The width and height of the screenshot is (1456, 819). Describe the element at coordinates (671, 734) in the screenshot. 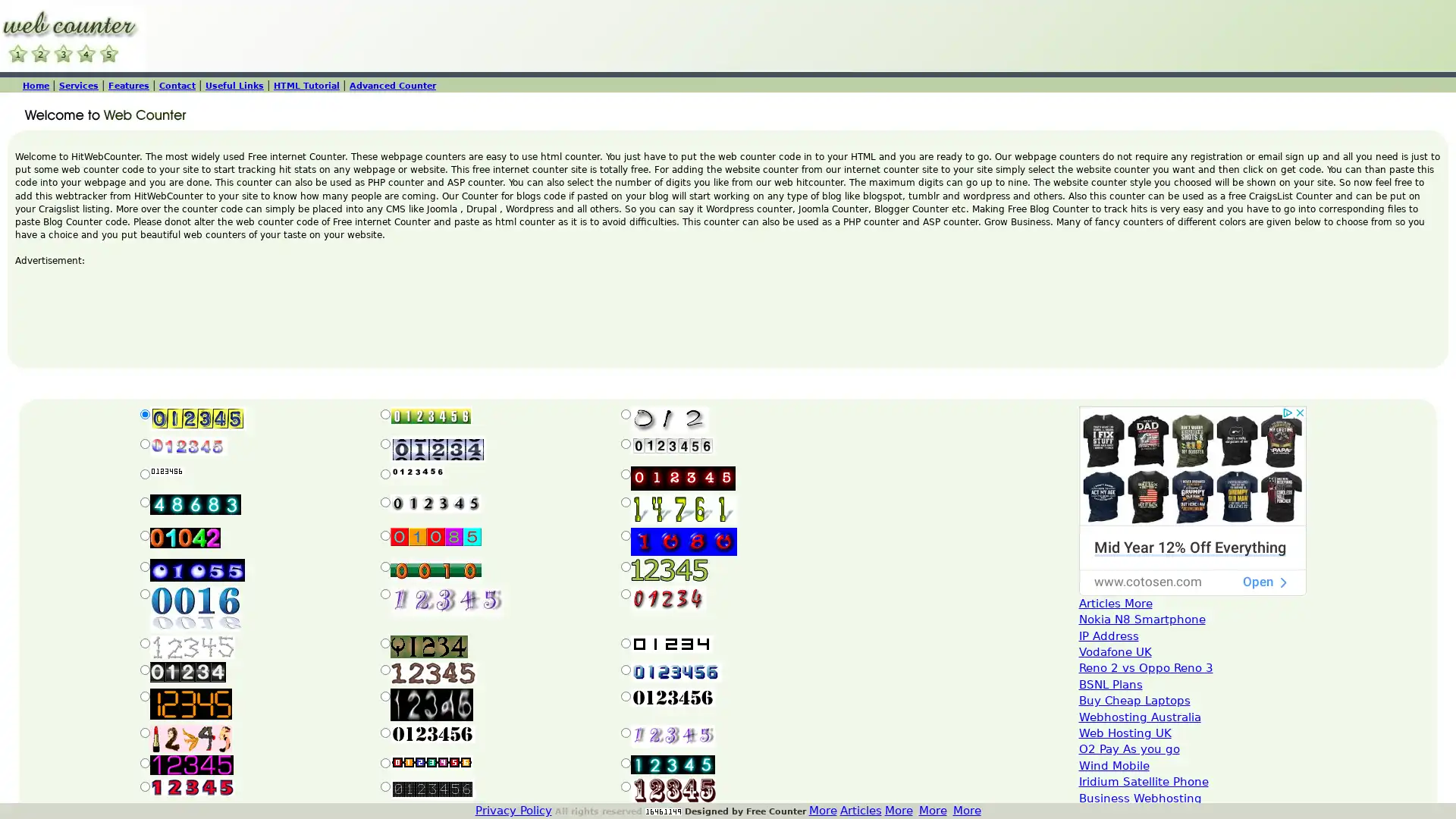

I see `Submit` at that location.